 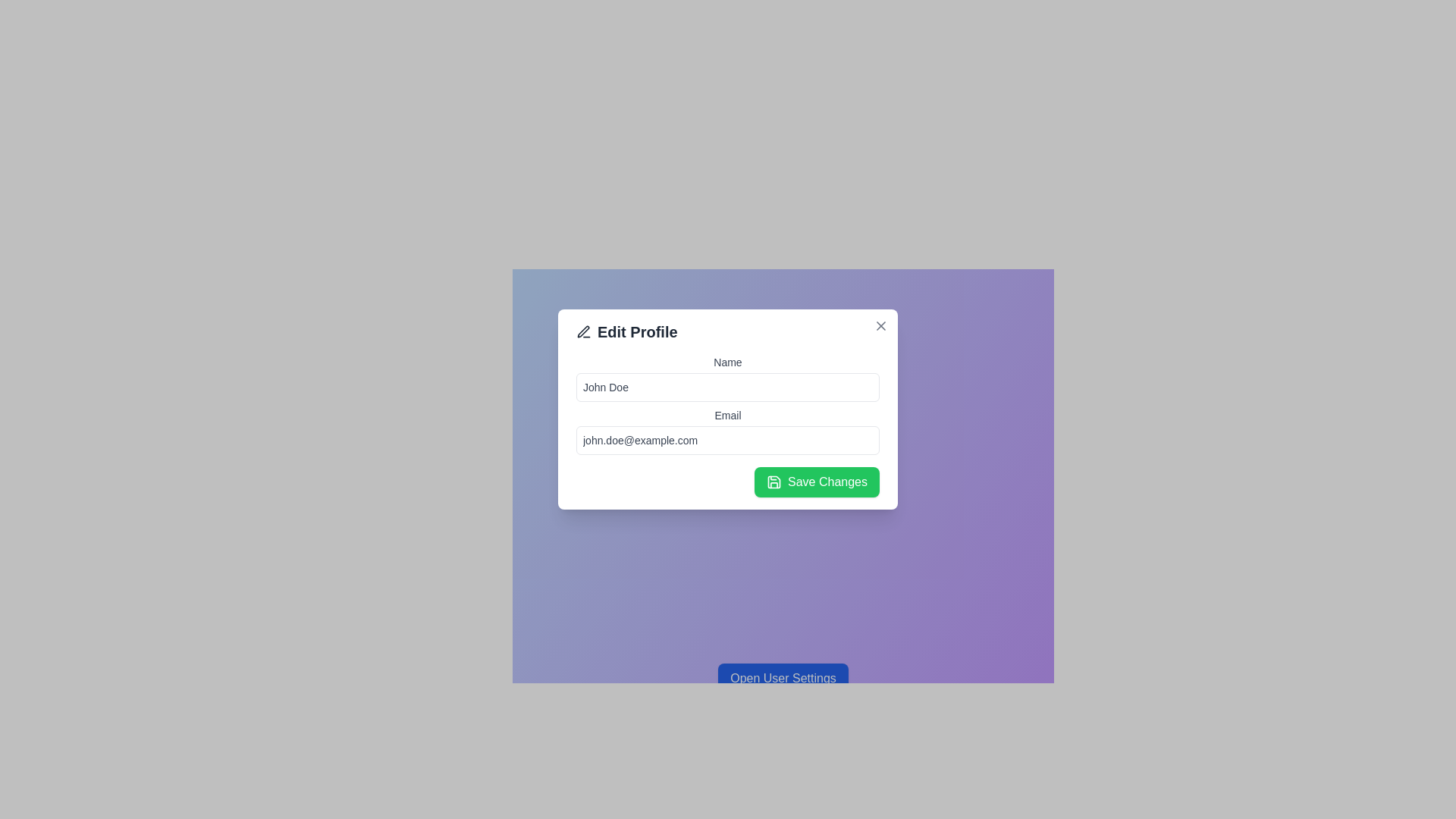 What do you see at coordinates (880, 325) in the screenshot?
I see `the circular 'X' button located in the top-right corner of the 'Edit Profile' panel` at bounding box center [880, 325].